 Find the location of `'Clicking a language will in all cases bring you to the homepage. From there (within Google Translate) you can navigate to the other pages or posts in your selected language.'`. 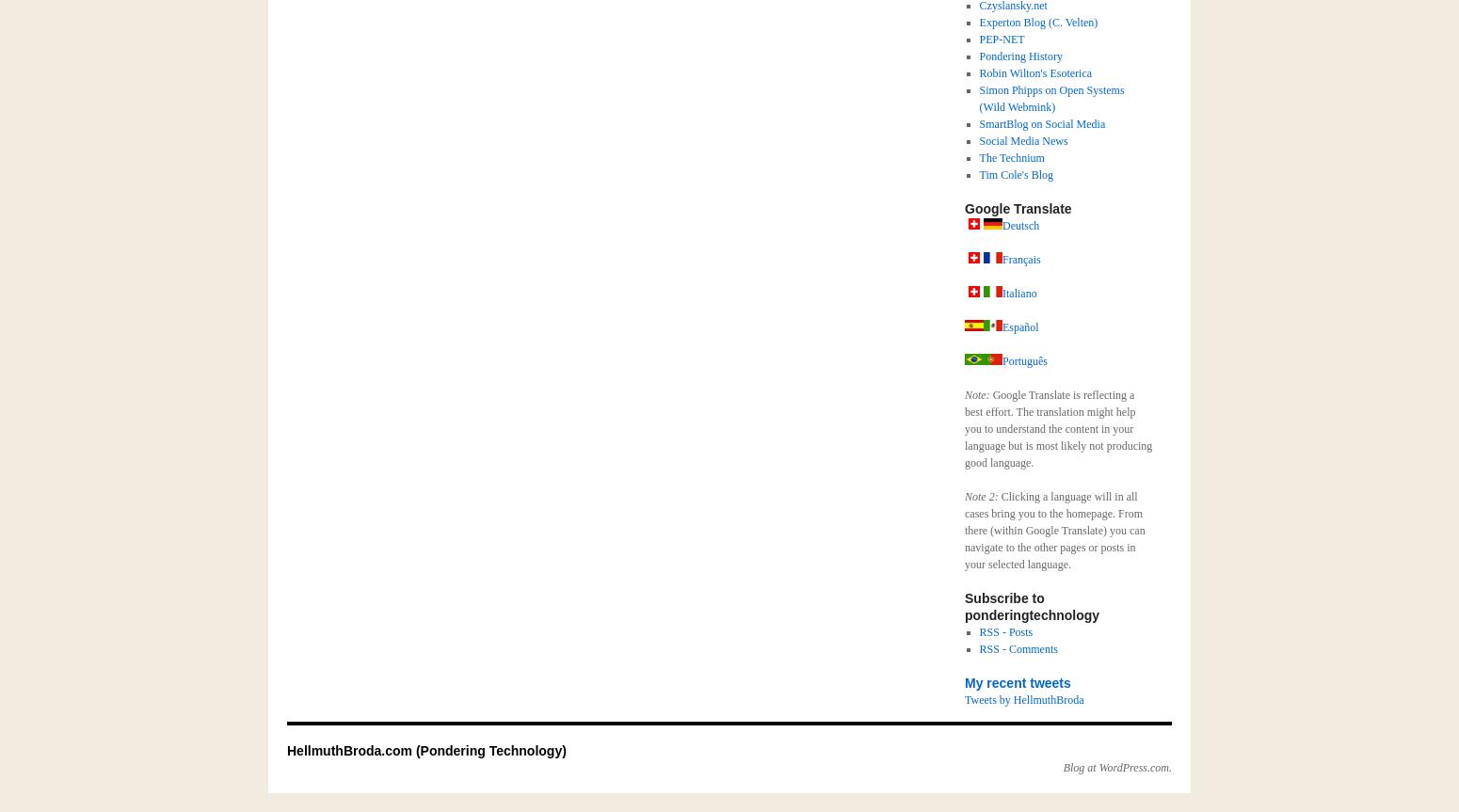

'Clicking a language will in all cases bring you to the homepage. From there (within Google Translate) you can navigate to the other pages or posts in your selected language.' is located at coordinates (1053, 530).